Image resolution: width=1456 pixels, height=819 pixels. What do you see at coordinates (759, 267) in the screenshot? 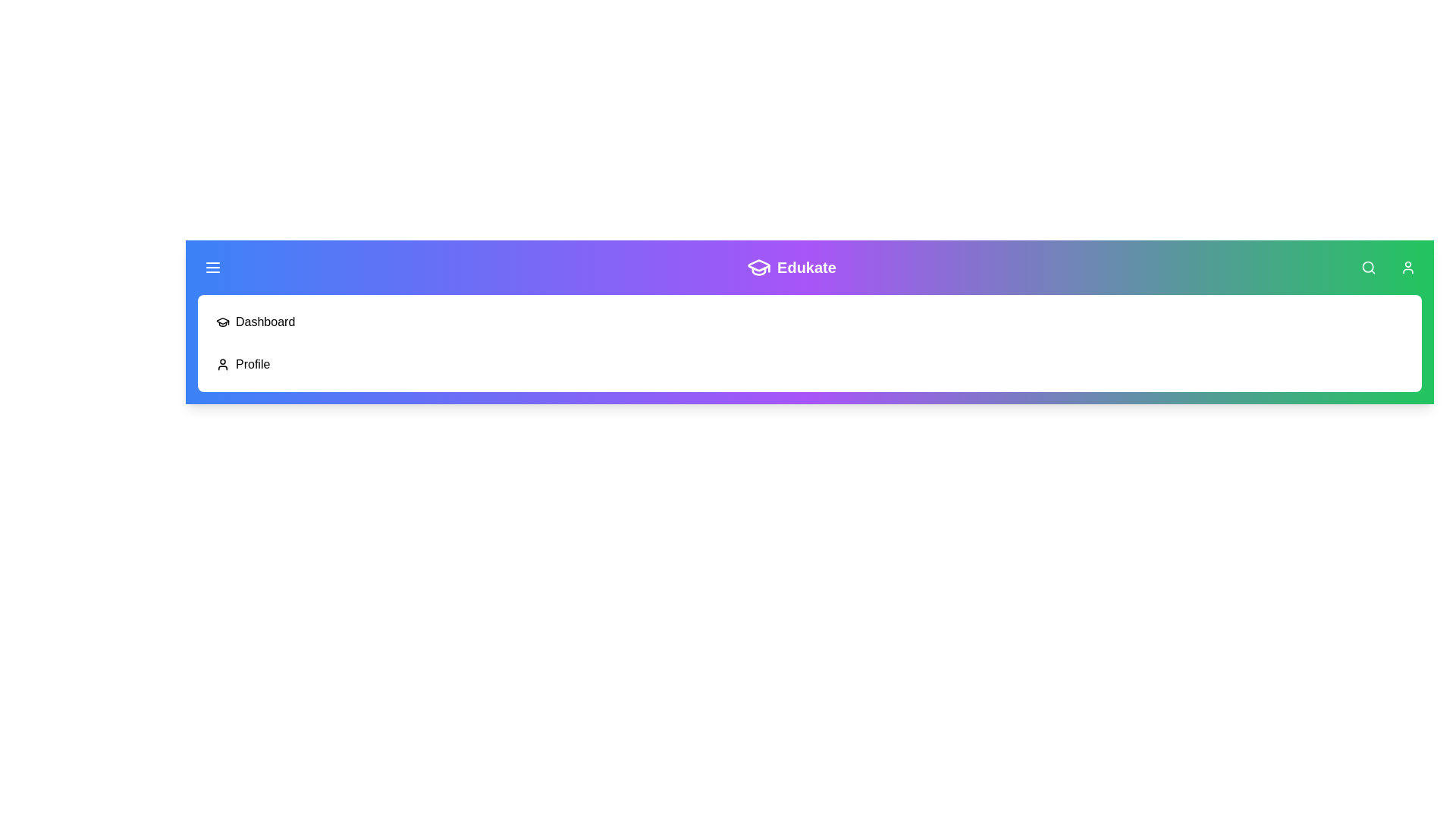
I see `the application logo to trigger its associated action` at bounding box center [759, 267].